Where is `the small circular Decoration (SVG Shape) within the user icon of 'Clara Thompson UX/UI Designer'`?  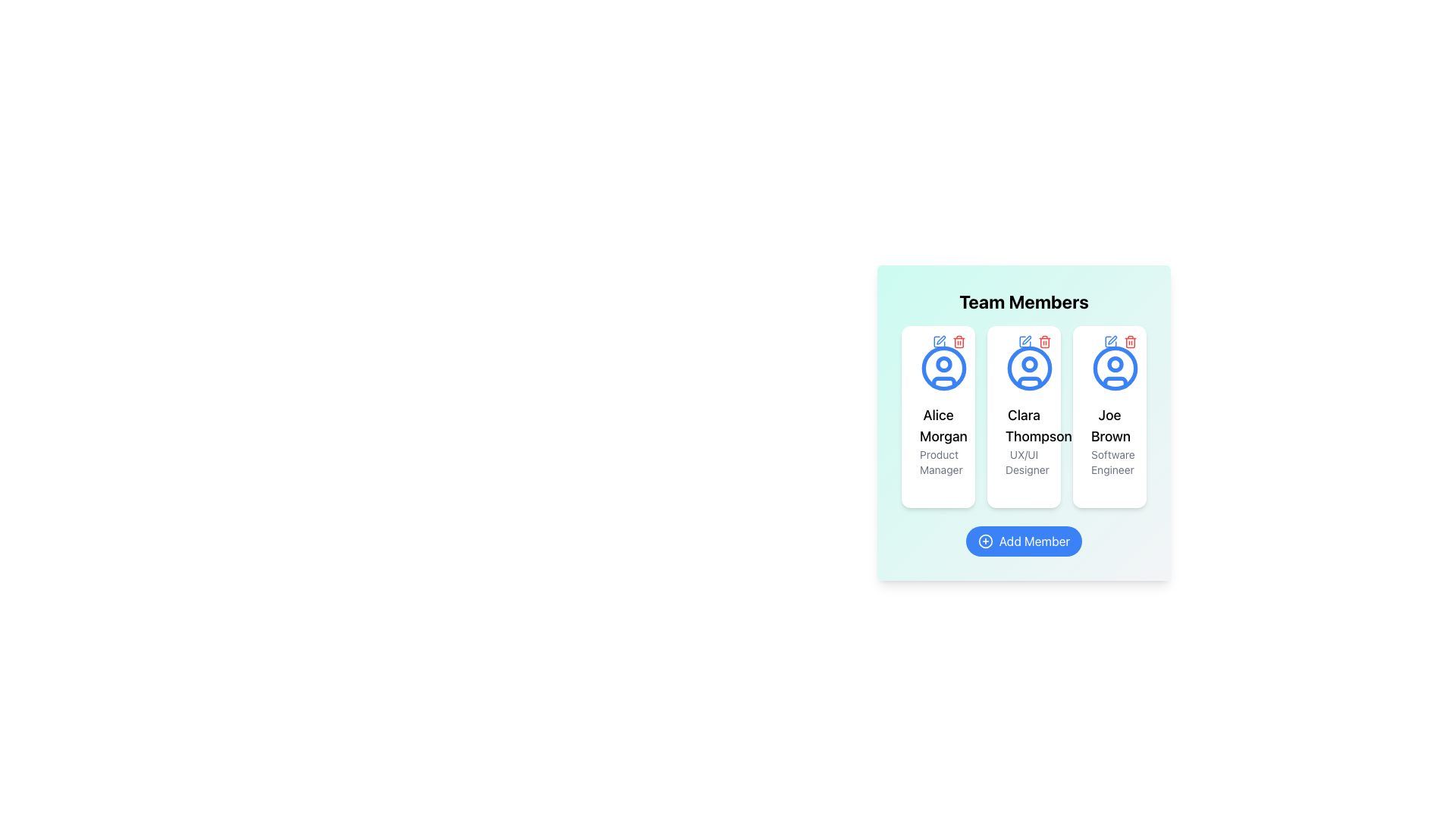
the small circular Decoration (SVG Shape) within the user icon of 'Clara Thompson UX/UI Designer' is located at coordinates (1030, 363).